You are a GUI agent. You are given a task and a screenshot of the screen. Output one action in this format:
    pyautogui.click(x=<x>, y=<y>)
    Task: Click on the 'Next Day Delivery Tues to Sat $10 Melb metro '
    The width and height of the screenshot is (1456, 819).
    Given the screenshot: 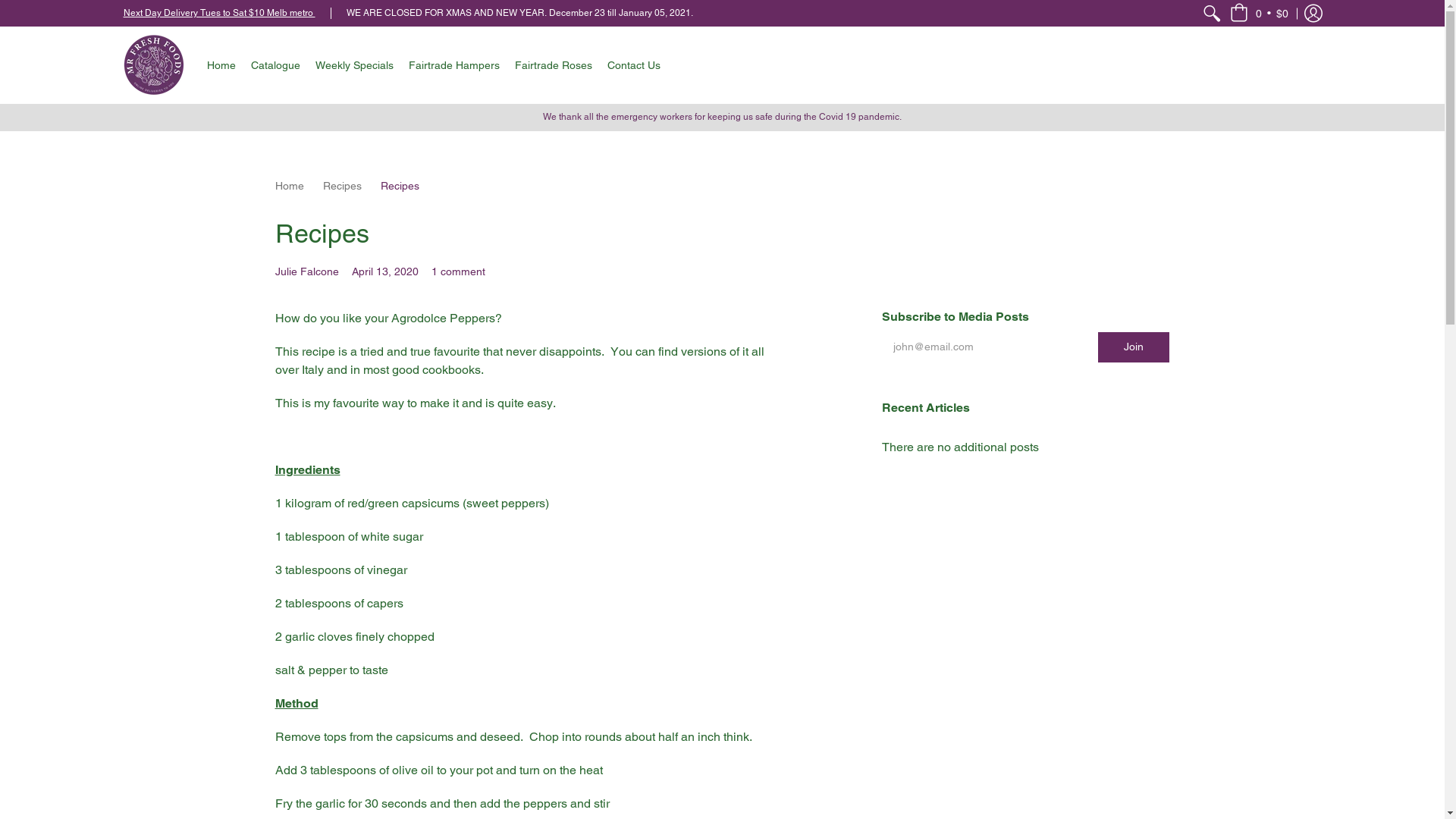 What is the action you would take?
    pyautogui.click(x=218, y=12)
    